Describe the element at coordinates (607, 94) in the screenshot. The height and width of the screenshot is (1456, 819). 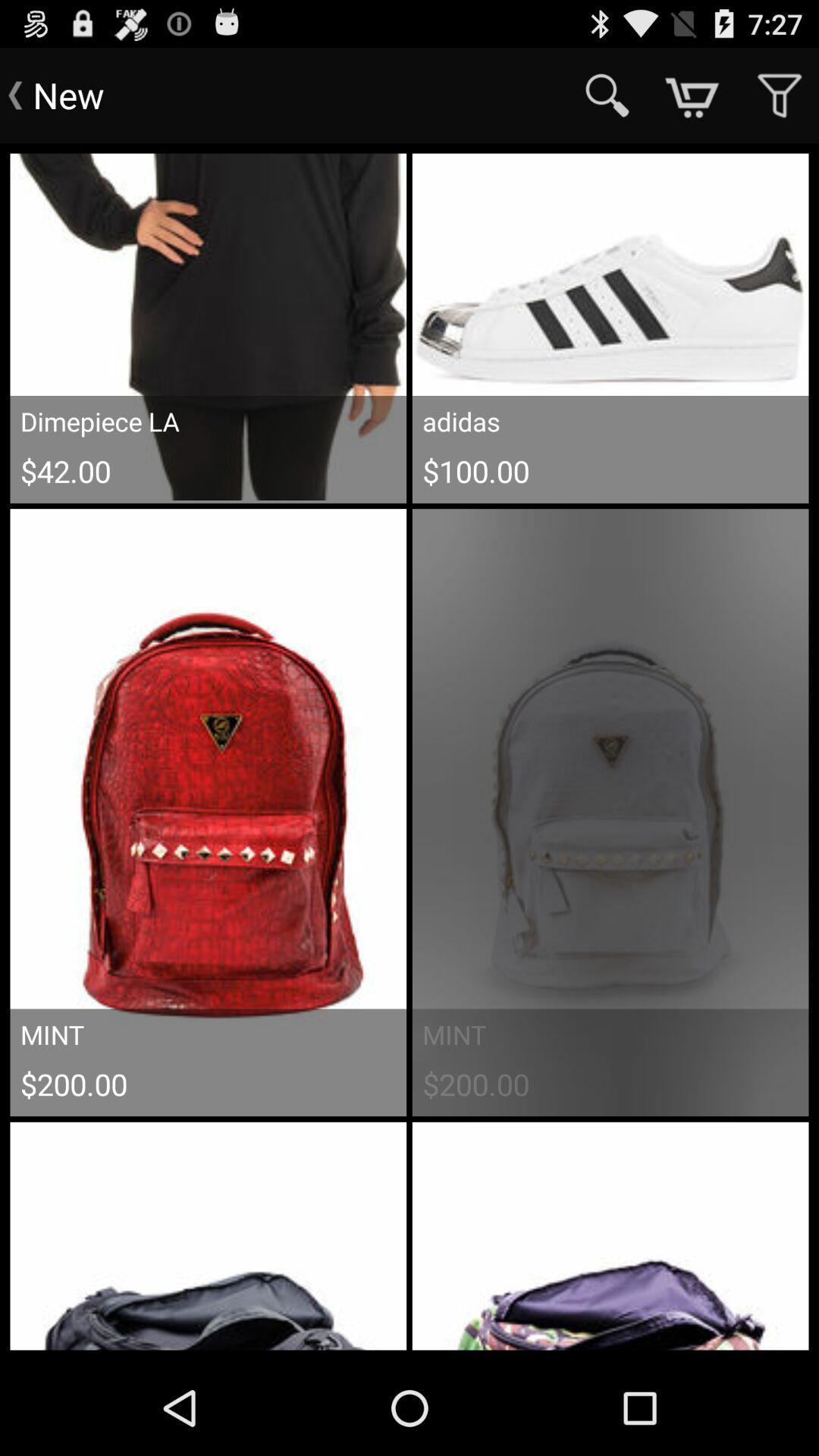
I see `the icon next to new app` at that location.